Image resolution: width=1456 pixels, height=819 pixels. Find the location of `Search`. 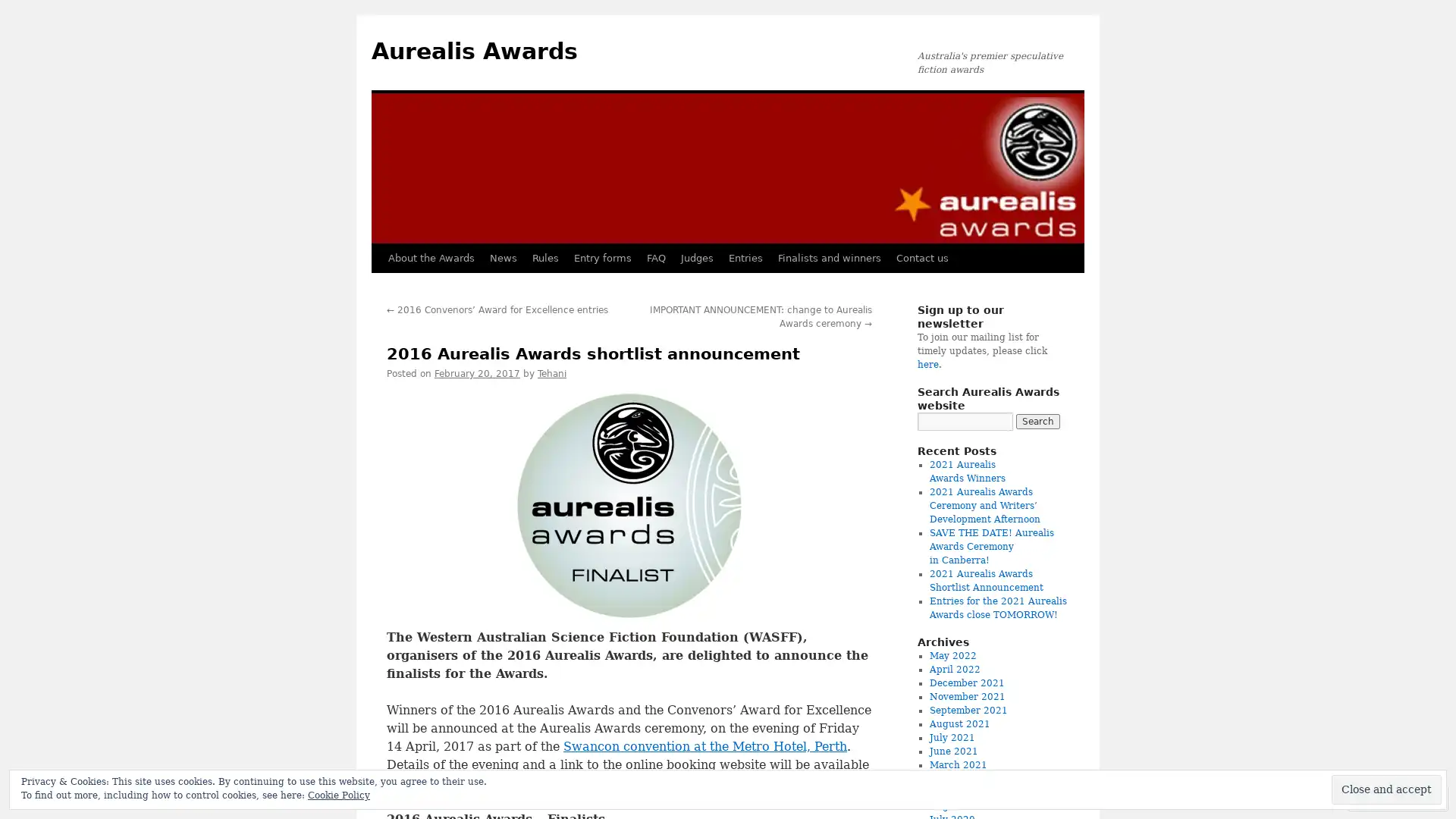

Search is located at coordinates (1037, 421).